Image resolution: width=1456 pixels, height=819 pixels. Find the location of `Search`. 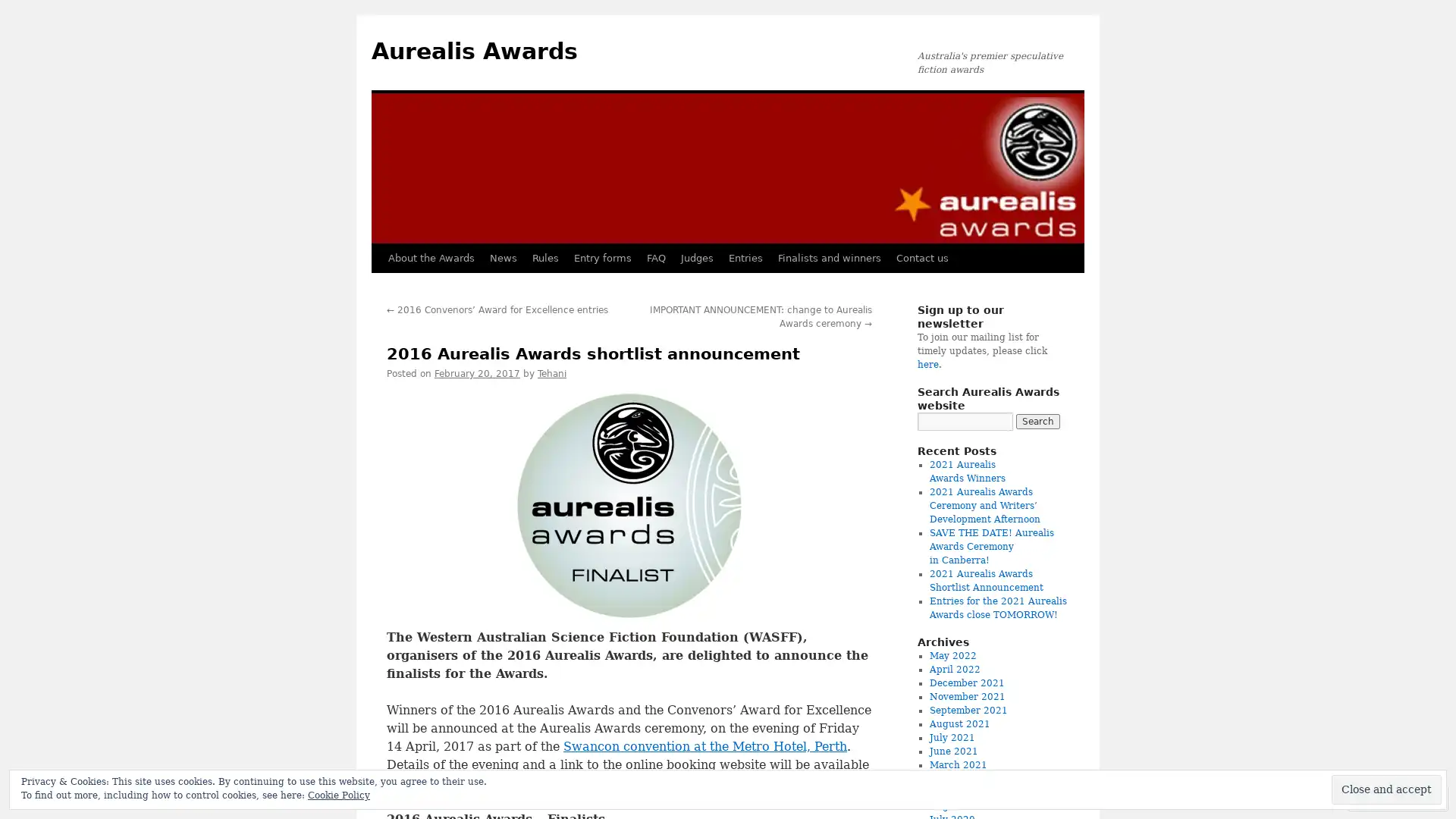

Search is located at coordinates (1037, 421).